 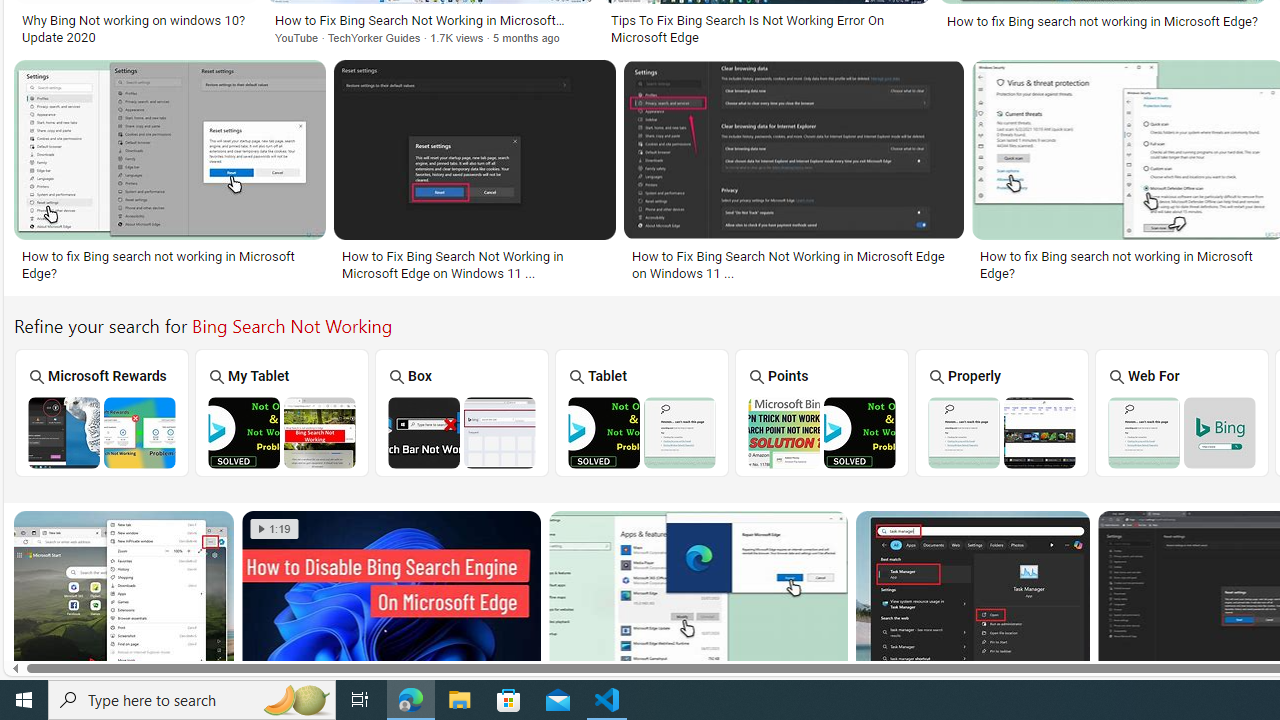 I want to click on 'Box', so click(x=461, y=411).